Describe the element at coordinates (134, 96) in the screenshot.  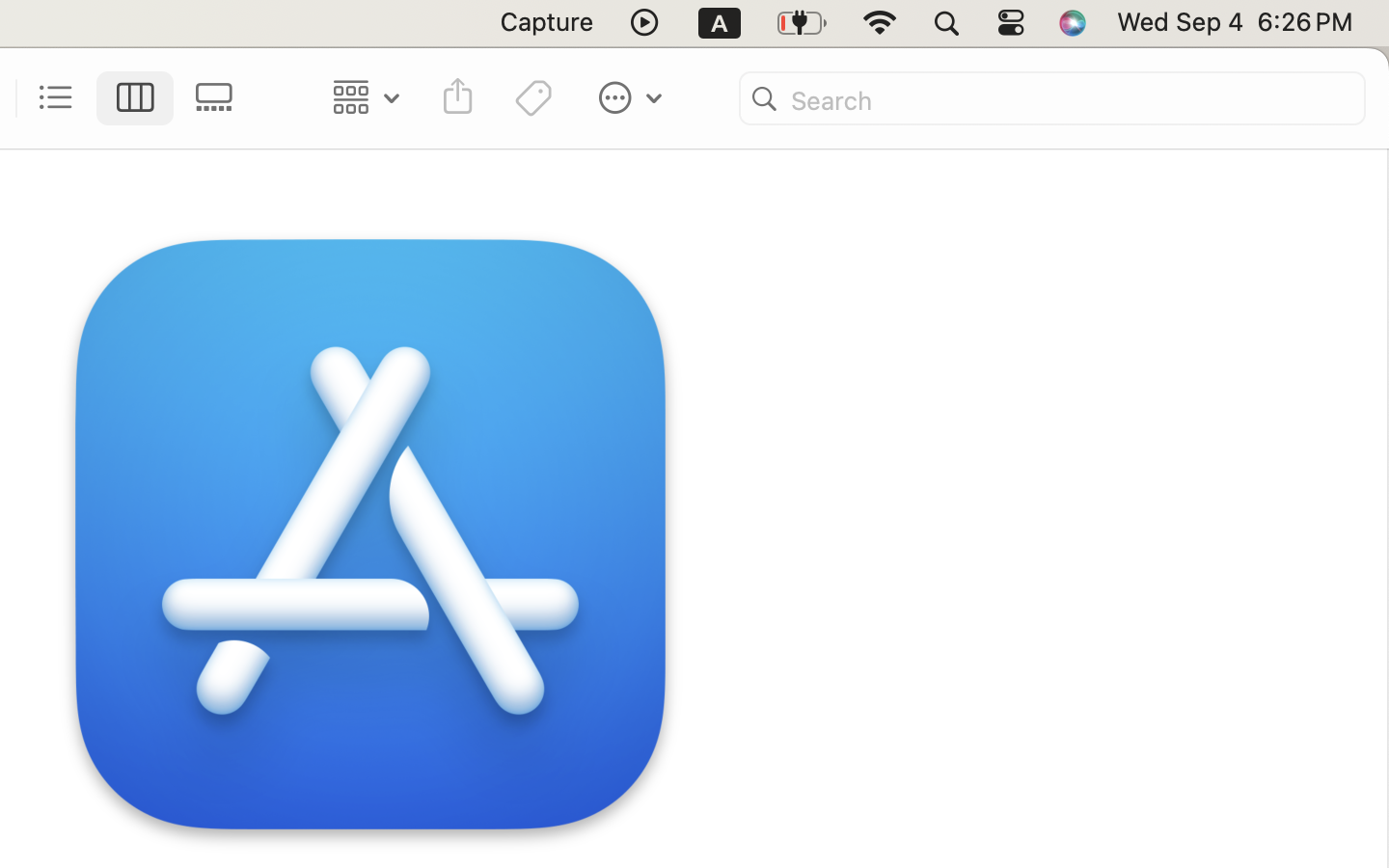
I see `'1'` at that location.